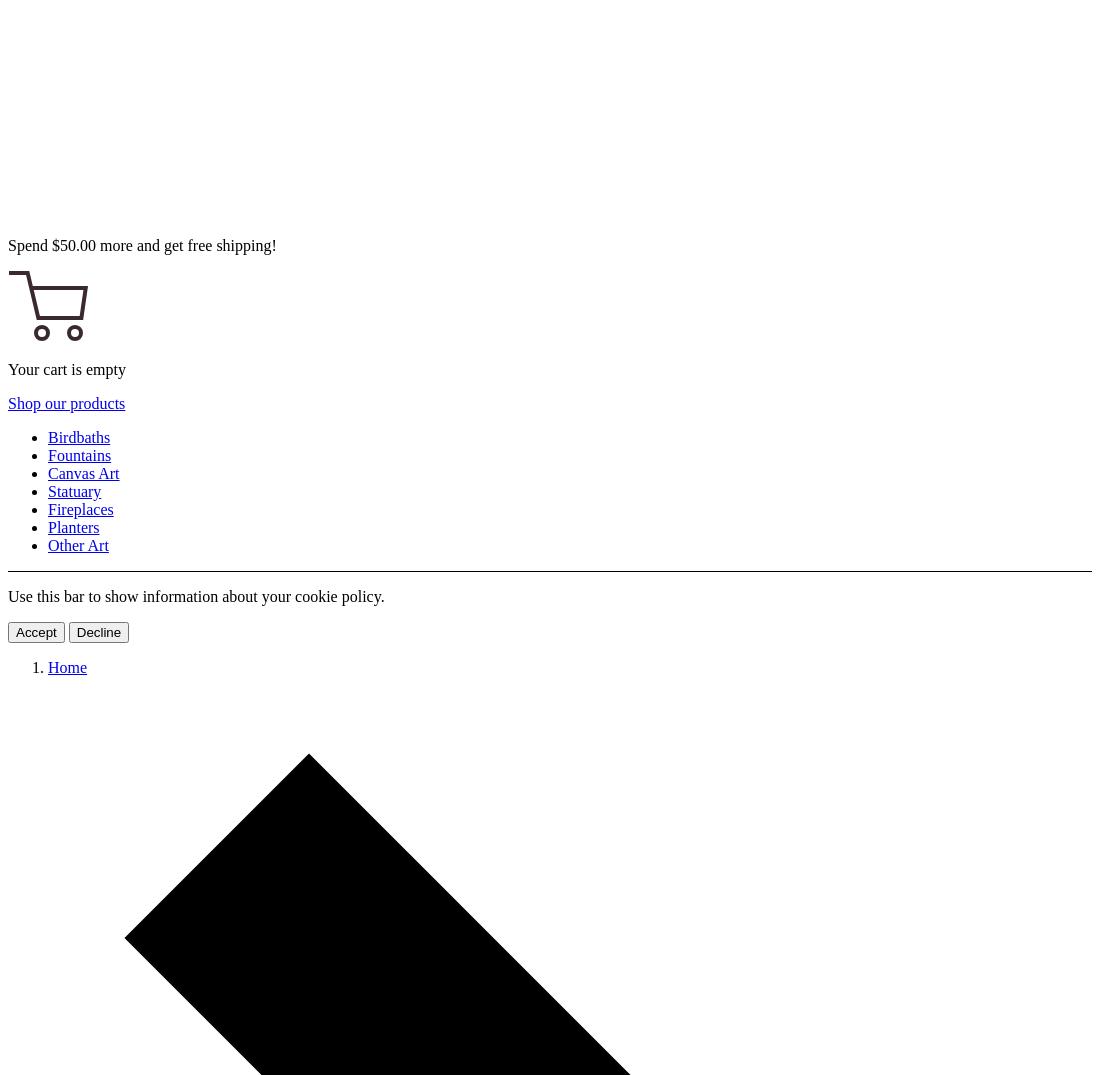  I want to click on '$50.00', so click(74, 245).